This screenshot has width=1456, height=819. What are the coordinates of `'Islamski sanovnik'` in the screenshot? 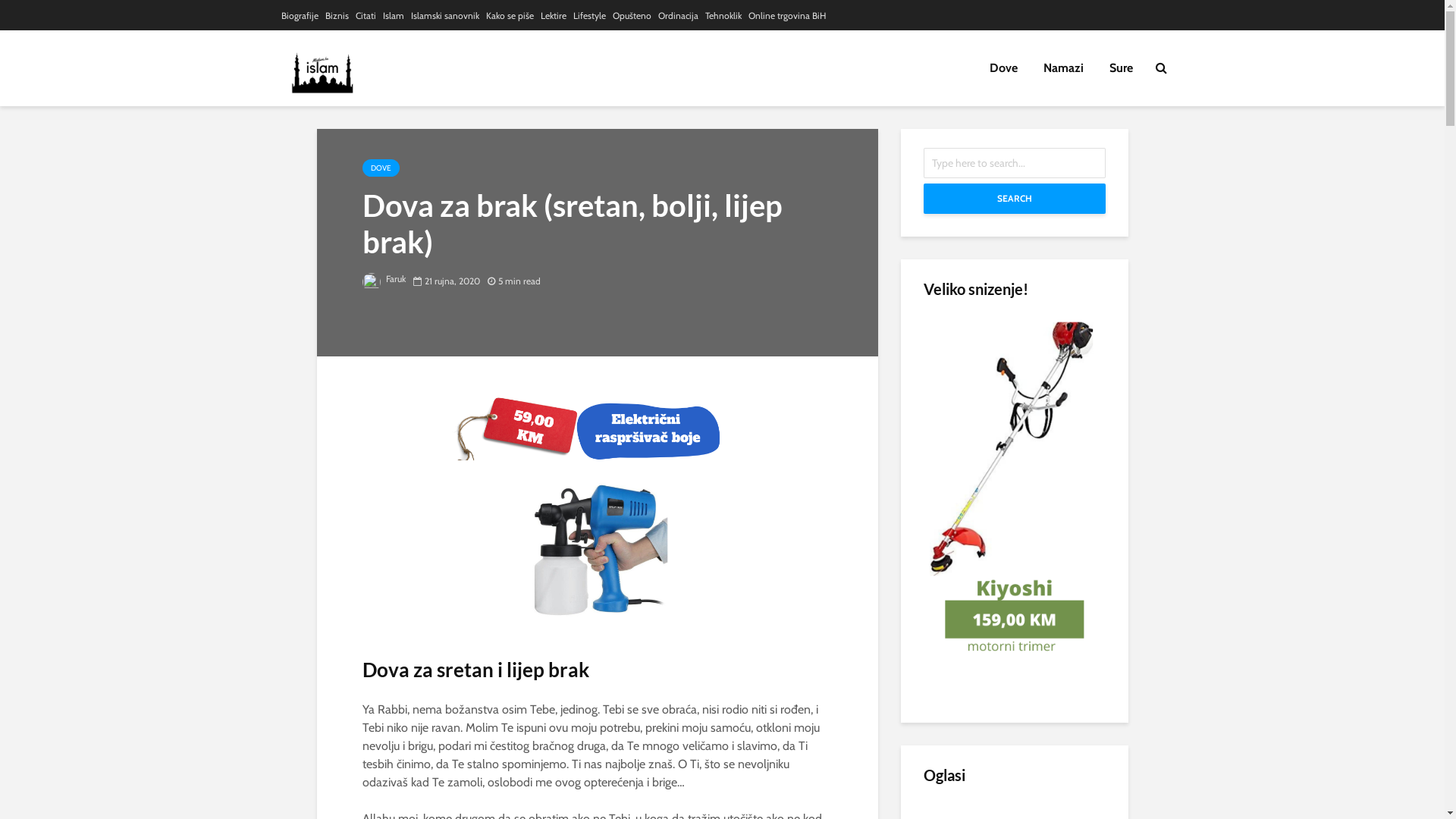 It's located at (444, 15).